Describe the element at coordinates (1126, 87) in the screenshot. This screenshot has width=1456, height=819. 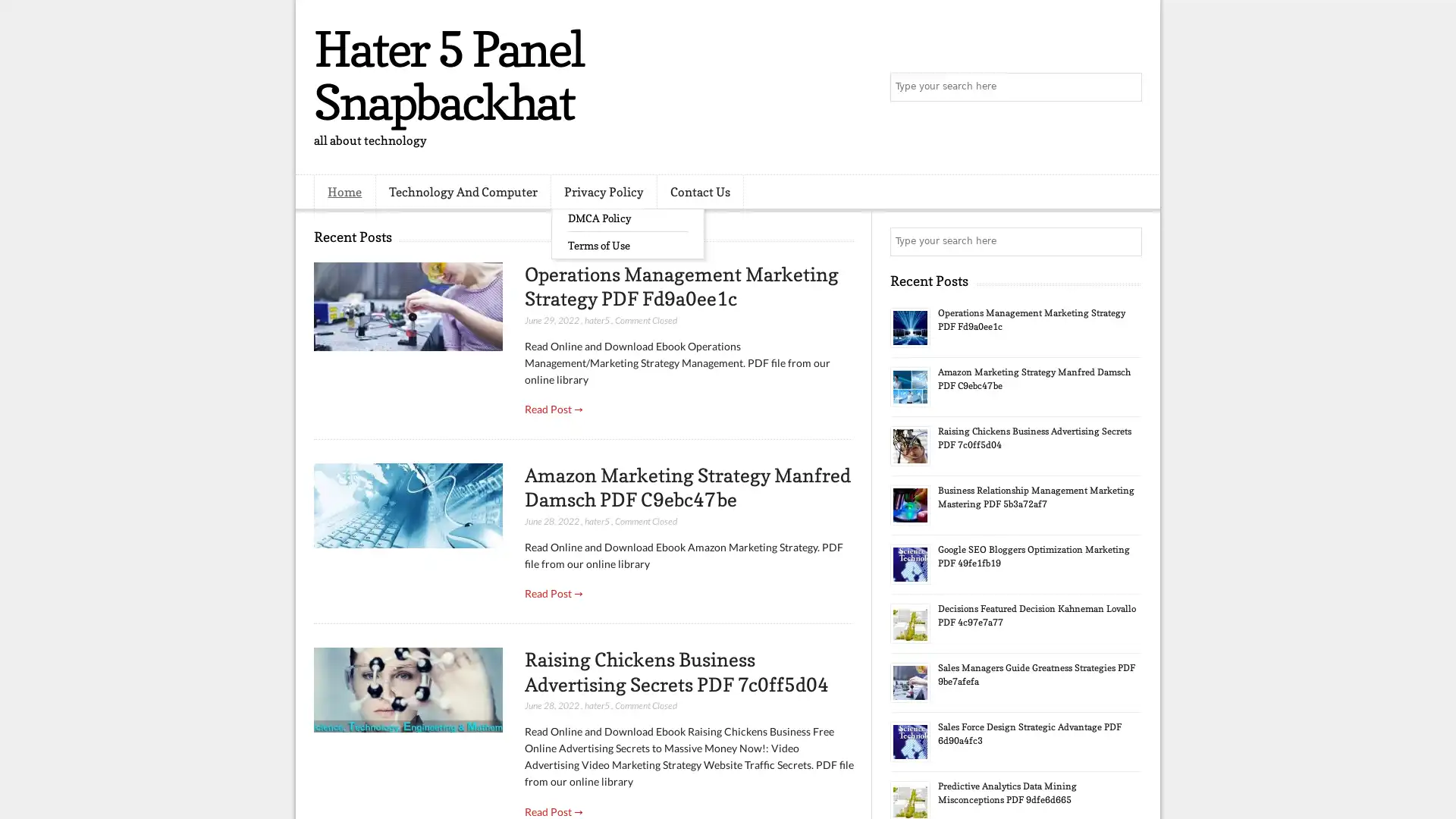
I see `Search` at that location.